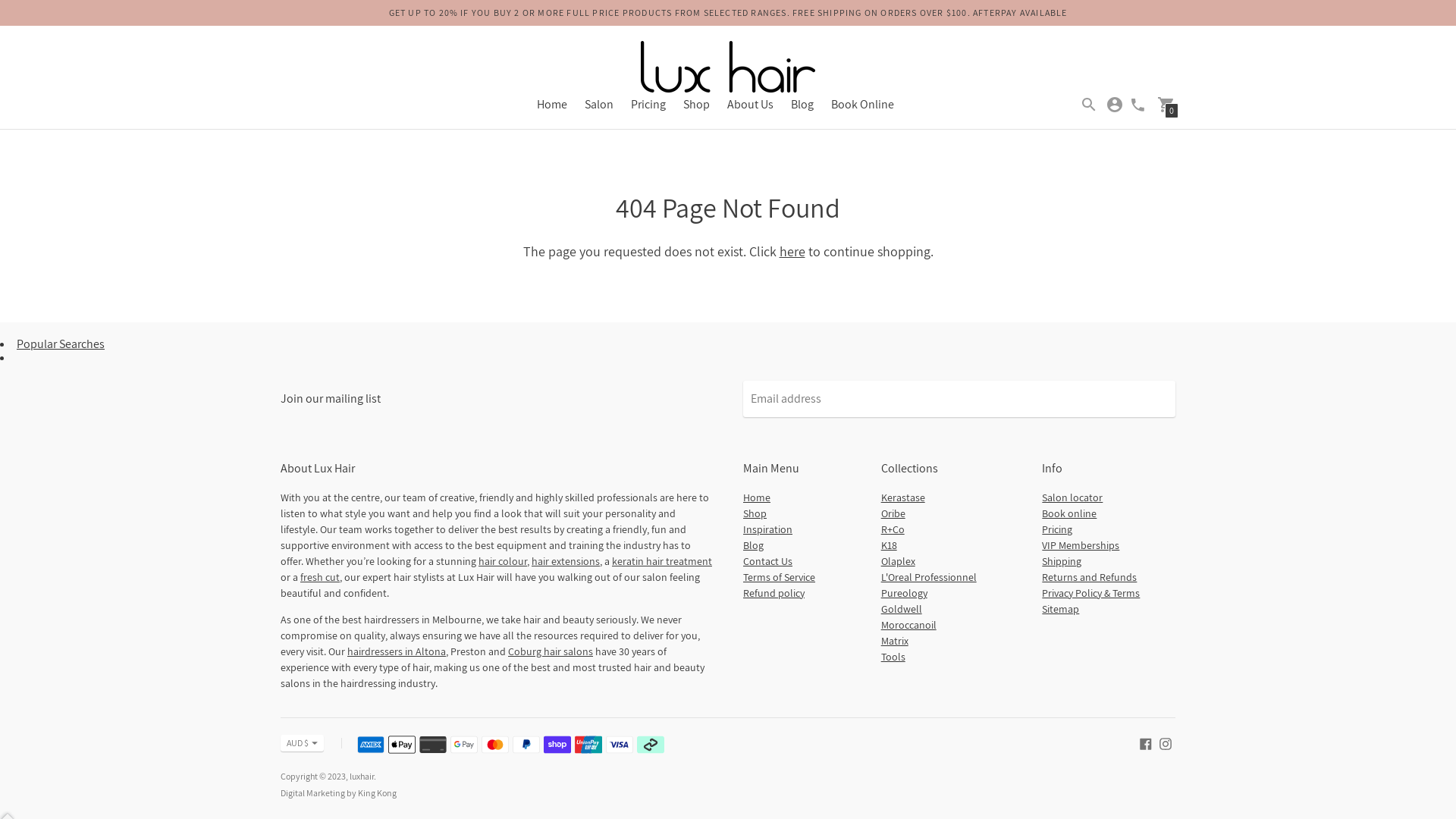 The width and height of the screenshot is (1456, 819). I want to click on 'Contact Us', so click(767, 561).